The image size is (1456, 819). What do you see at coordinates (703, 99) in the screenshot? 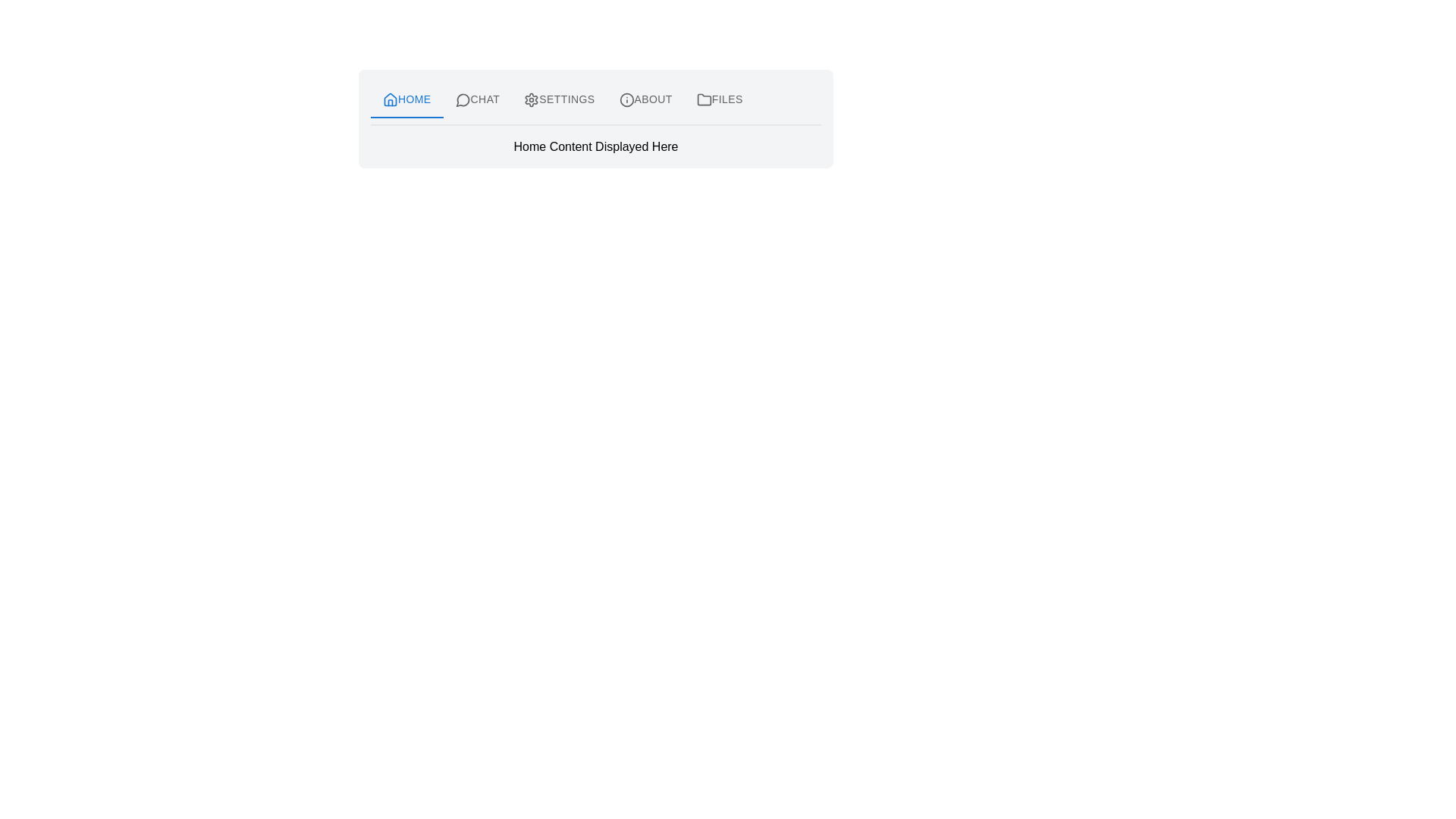
I see `the folder icon in the top navigation bar labeled 'FILES', which is the rightmost item in the horizontal menu` at bounding box center [703, 99].